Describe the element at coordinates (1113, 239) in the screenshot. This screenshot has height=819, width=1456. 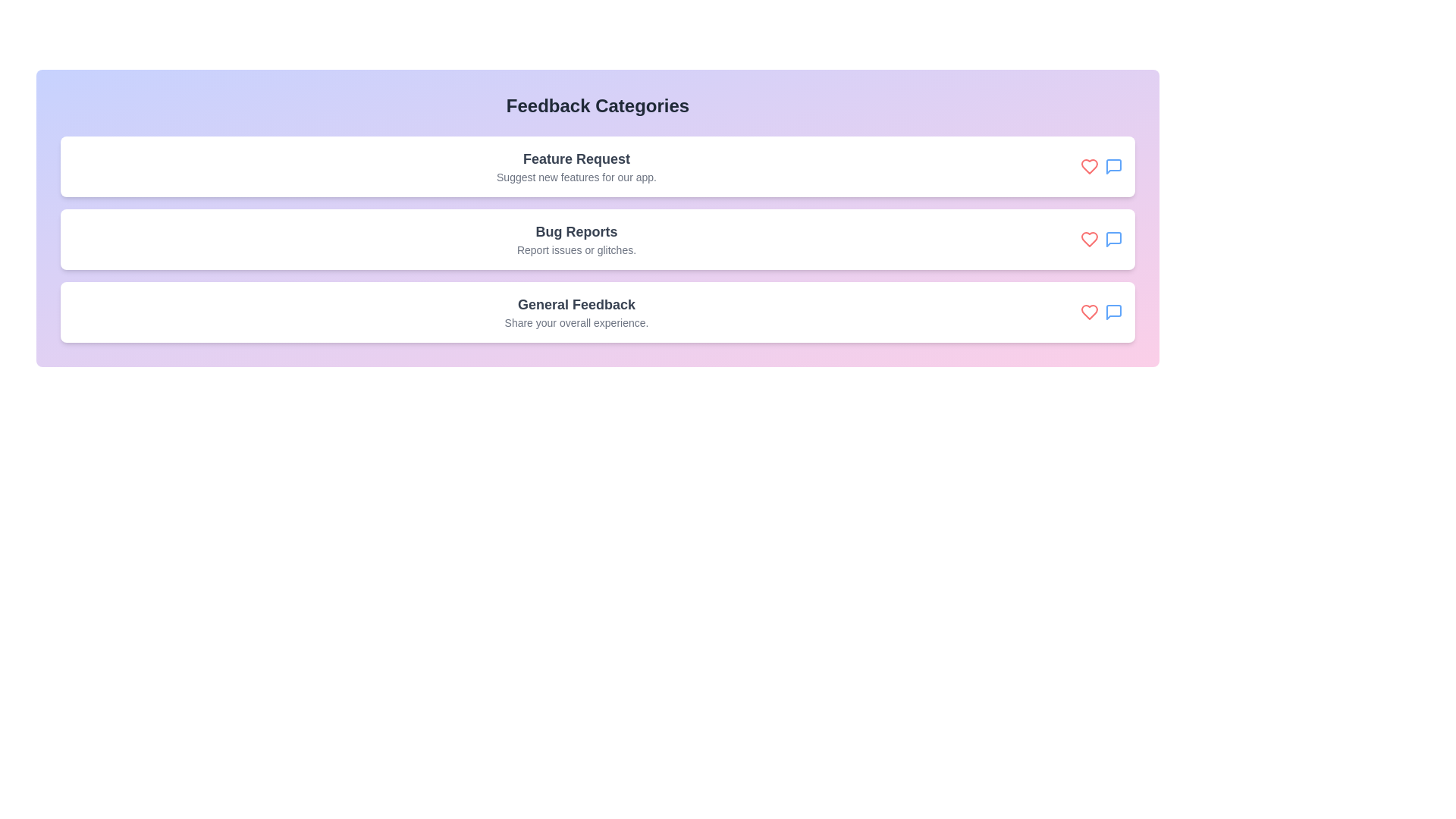
I see `the message icon in the Bug Reports feedback item` at that location.